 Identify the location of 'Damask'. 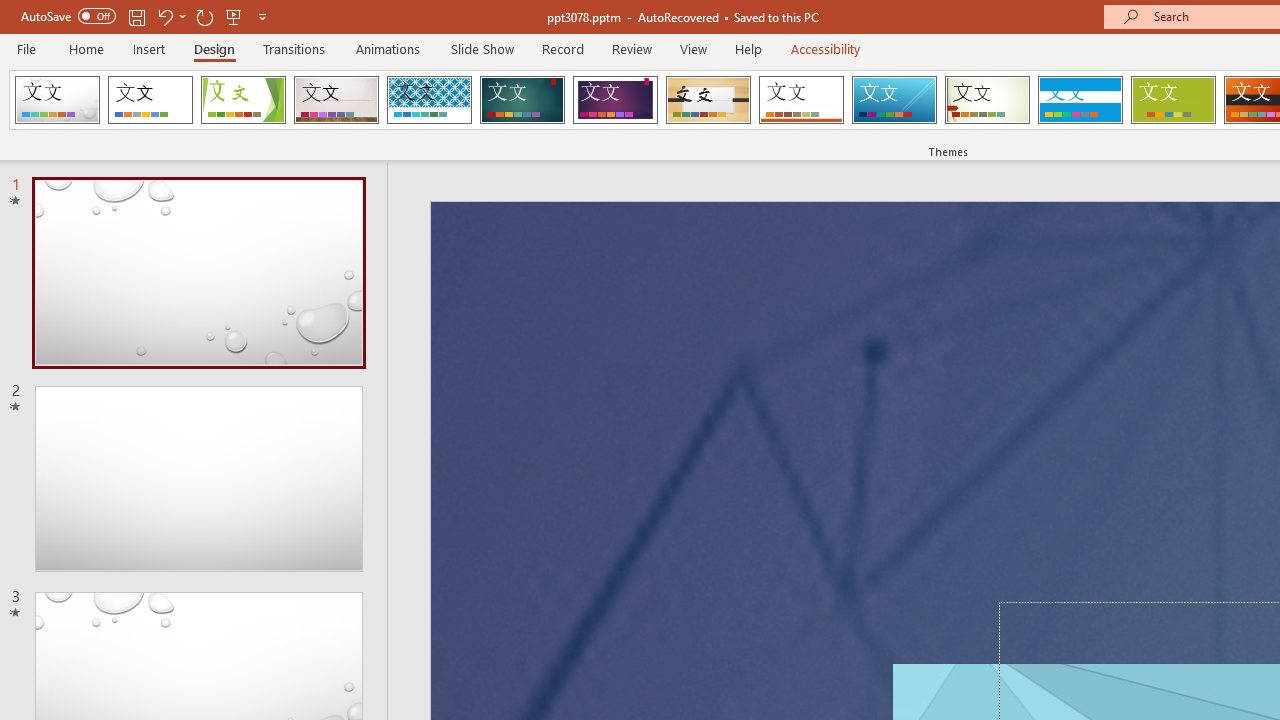
(57, 100).